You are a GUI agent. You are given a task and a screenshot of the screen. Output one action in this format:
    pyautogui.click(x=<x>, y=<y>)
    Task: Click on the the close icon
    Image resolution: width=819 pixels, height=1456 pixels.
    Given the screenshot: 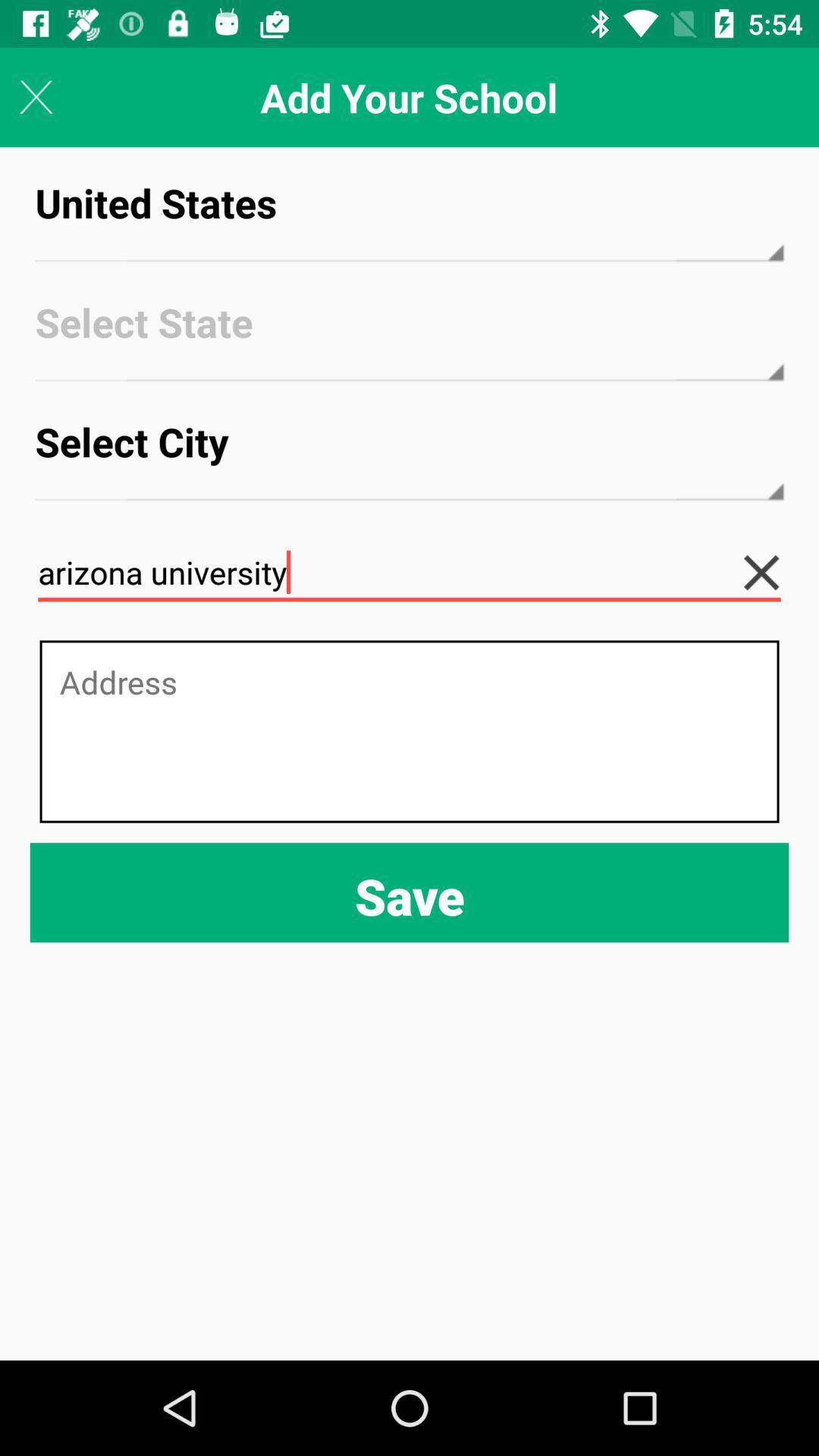 What is the action you would take?
    pyautogui.click(x=773, y=572)
    